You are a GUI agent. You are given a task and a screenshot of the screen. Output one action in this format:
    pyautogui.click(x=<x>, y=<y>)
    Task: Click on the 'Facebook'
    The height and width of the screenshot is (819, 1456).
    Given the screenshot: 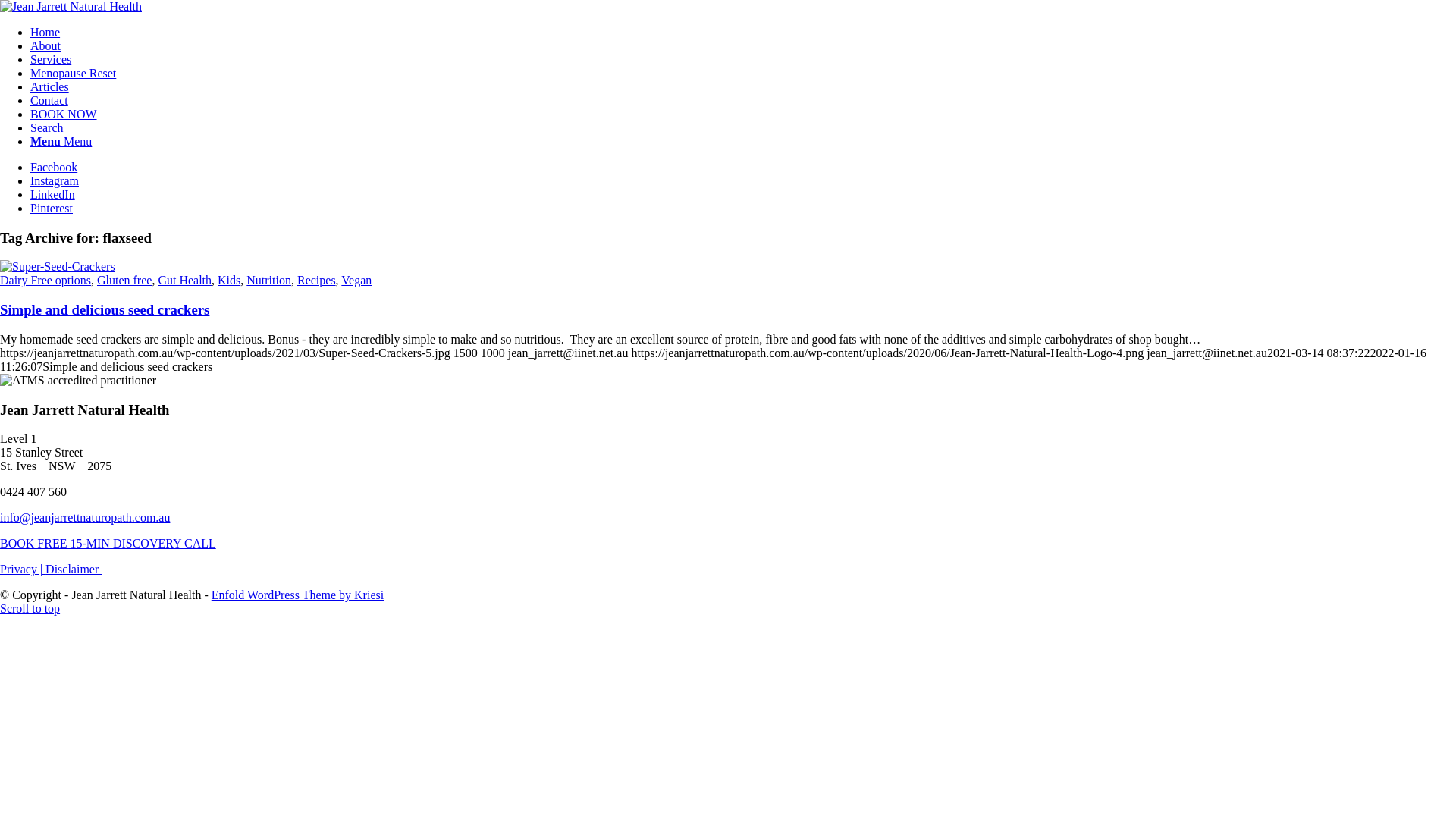 What is the action you would take?
    pyautogui.click(x=54, y=167)
    